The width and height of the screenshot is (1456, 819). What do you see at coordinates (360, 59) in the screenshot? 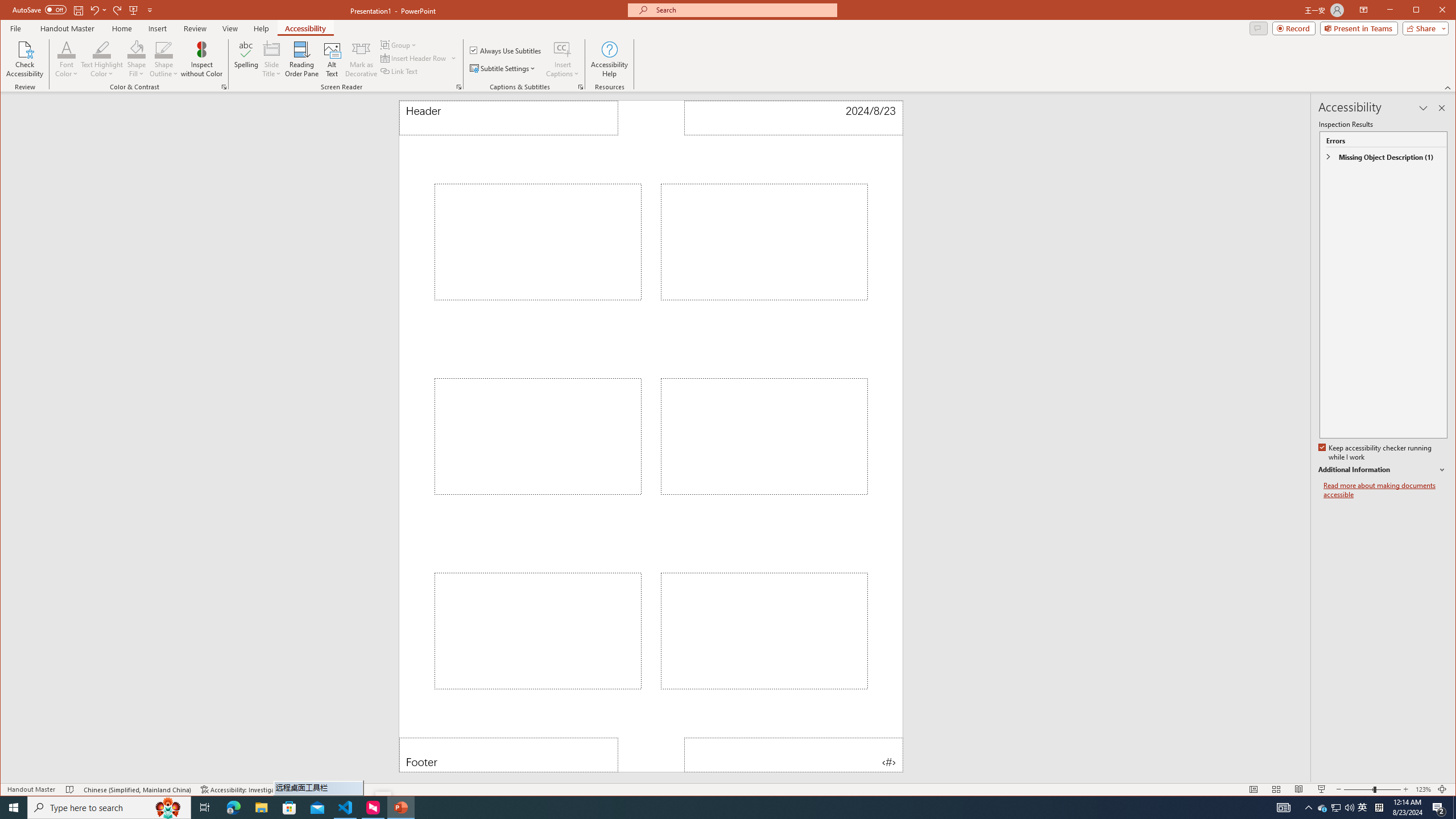
I see `'Mark as Decorative'` at bounding box center [360, 59].